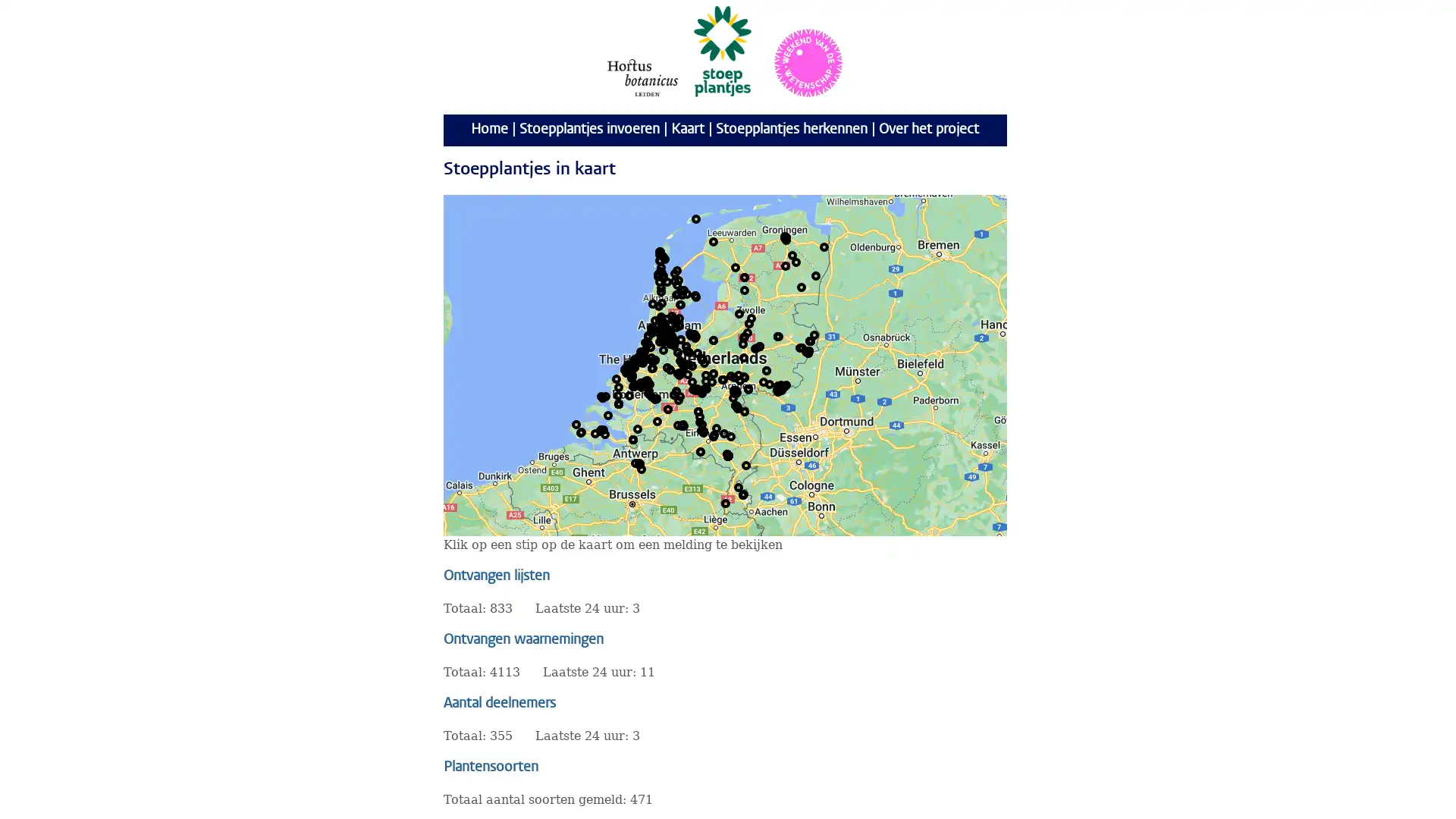 The width and height of the screenshot is (1456, 819). Describe the element at coordinates (641, 359) in the screenshot. I see `Telling van Lannie Ligthart op 27 februari 2022` at that location.